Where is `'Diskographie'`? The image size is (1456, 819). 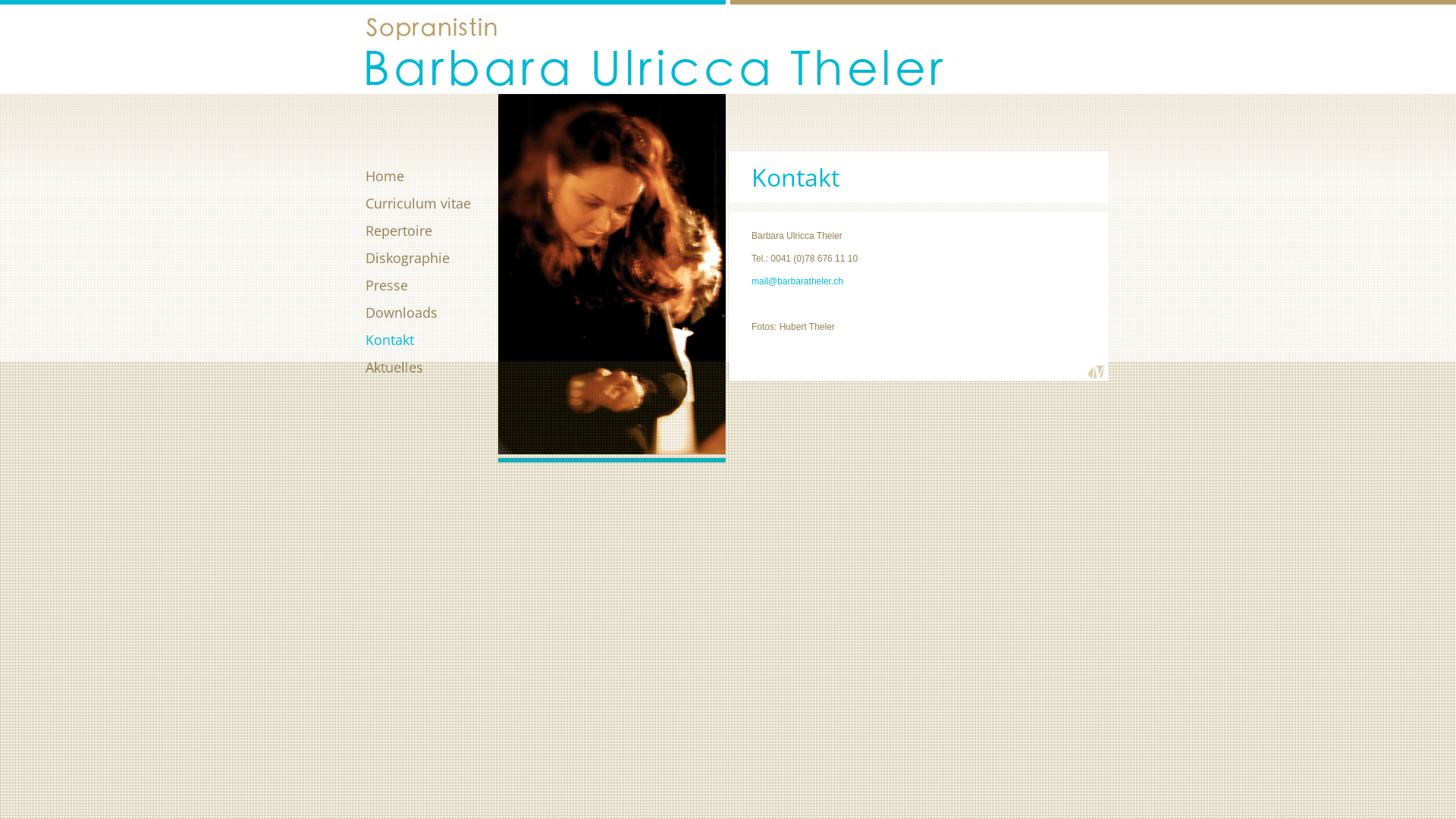 'Diskographie' is located at coordinates (431, 256).